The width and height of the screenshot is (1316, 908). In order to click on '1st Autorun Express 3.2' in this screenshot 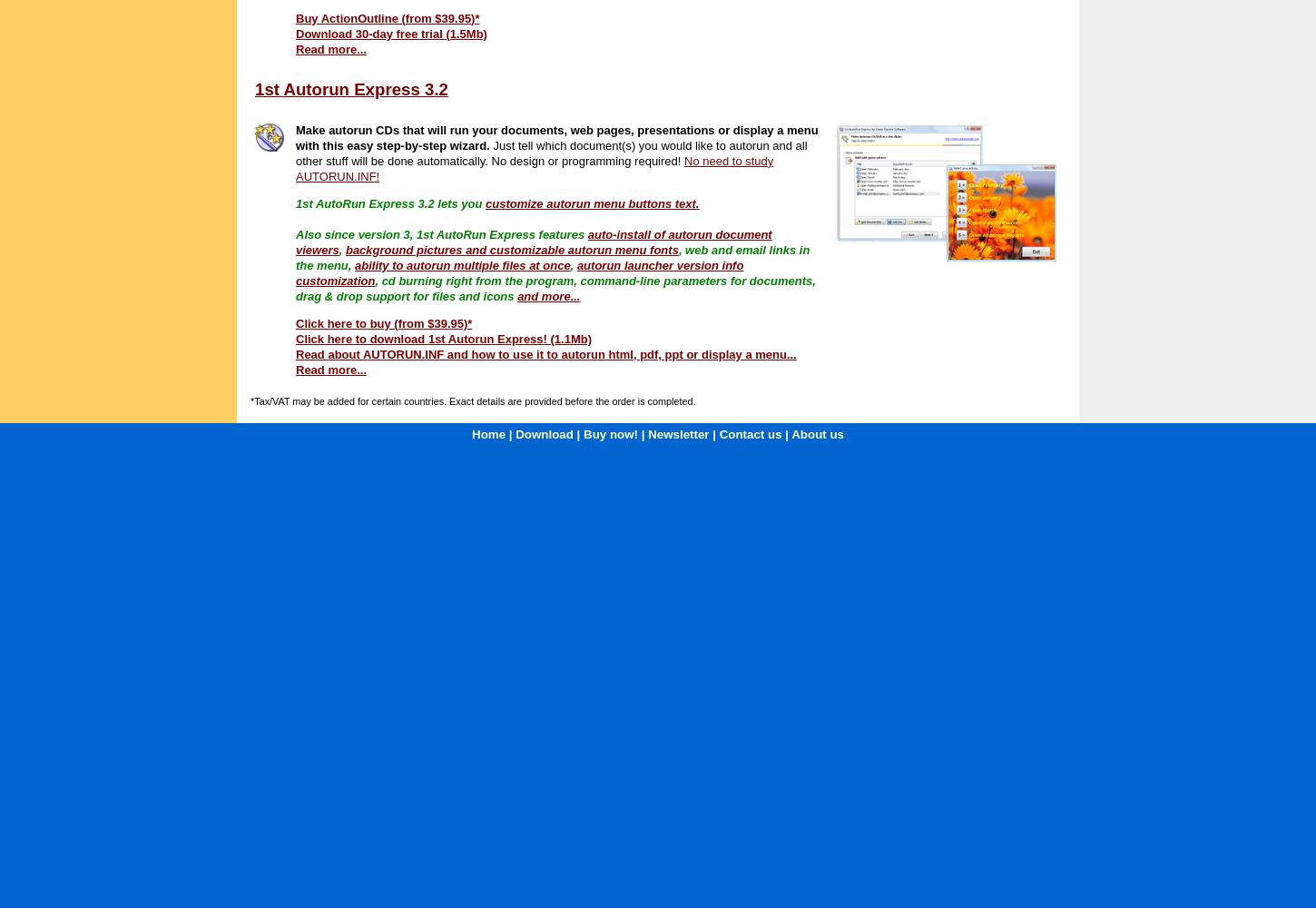, I will do `click(255, 88)`.